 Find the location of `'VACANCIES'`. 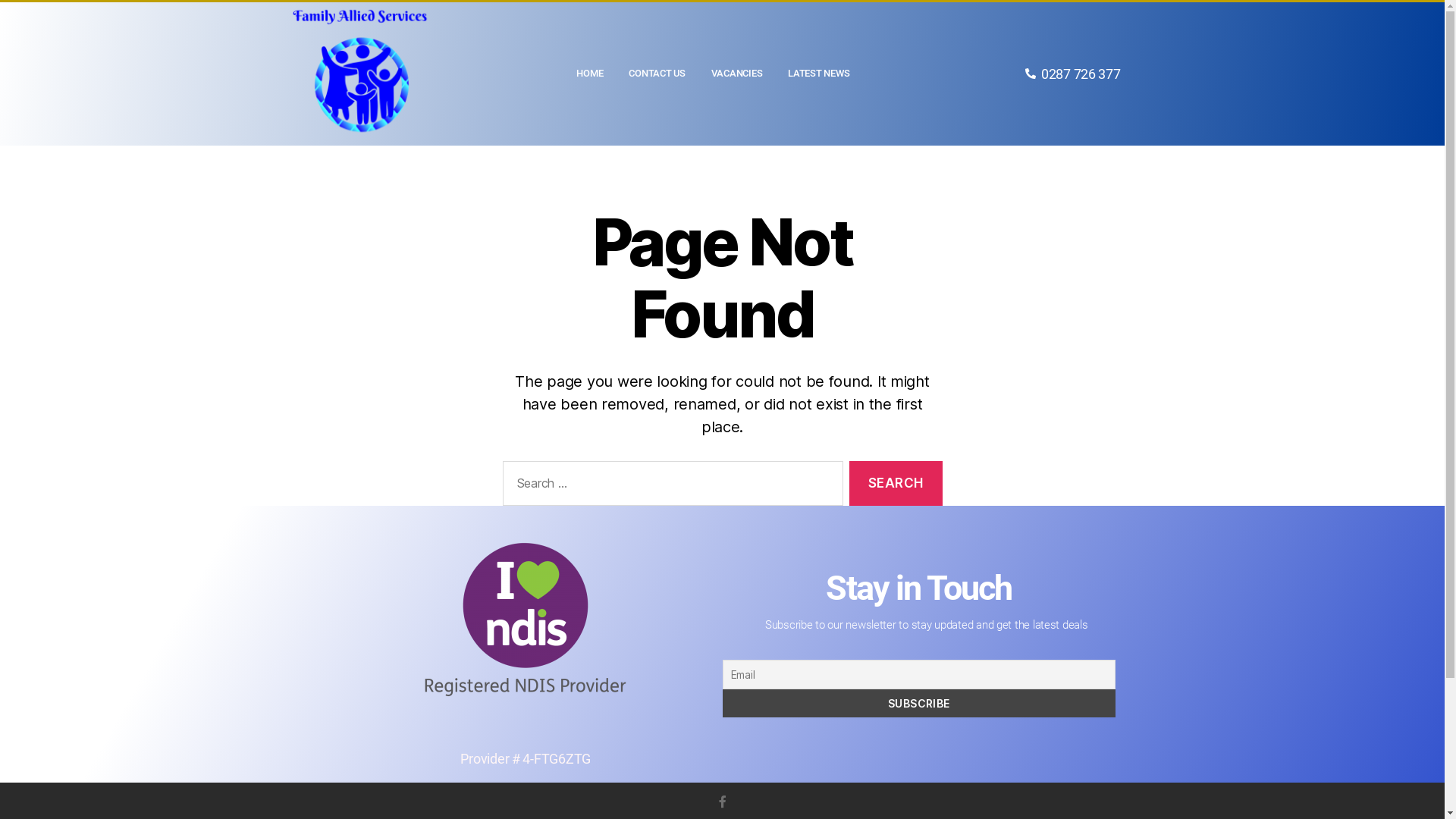

'VACANCIES' is located at coordinates (736, 73).